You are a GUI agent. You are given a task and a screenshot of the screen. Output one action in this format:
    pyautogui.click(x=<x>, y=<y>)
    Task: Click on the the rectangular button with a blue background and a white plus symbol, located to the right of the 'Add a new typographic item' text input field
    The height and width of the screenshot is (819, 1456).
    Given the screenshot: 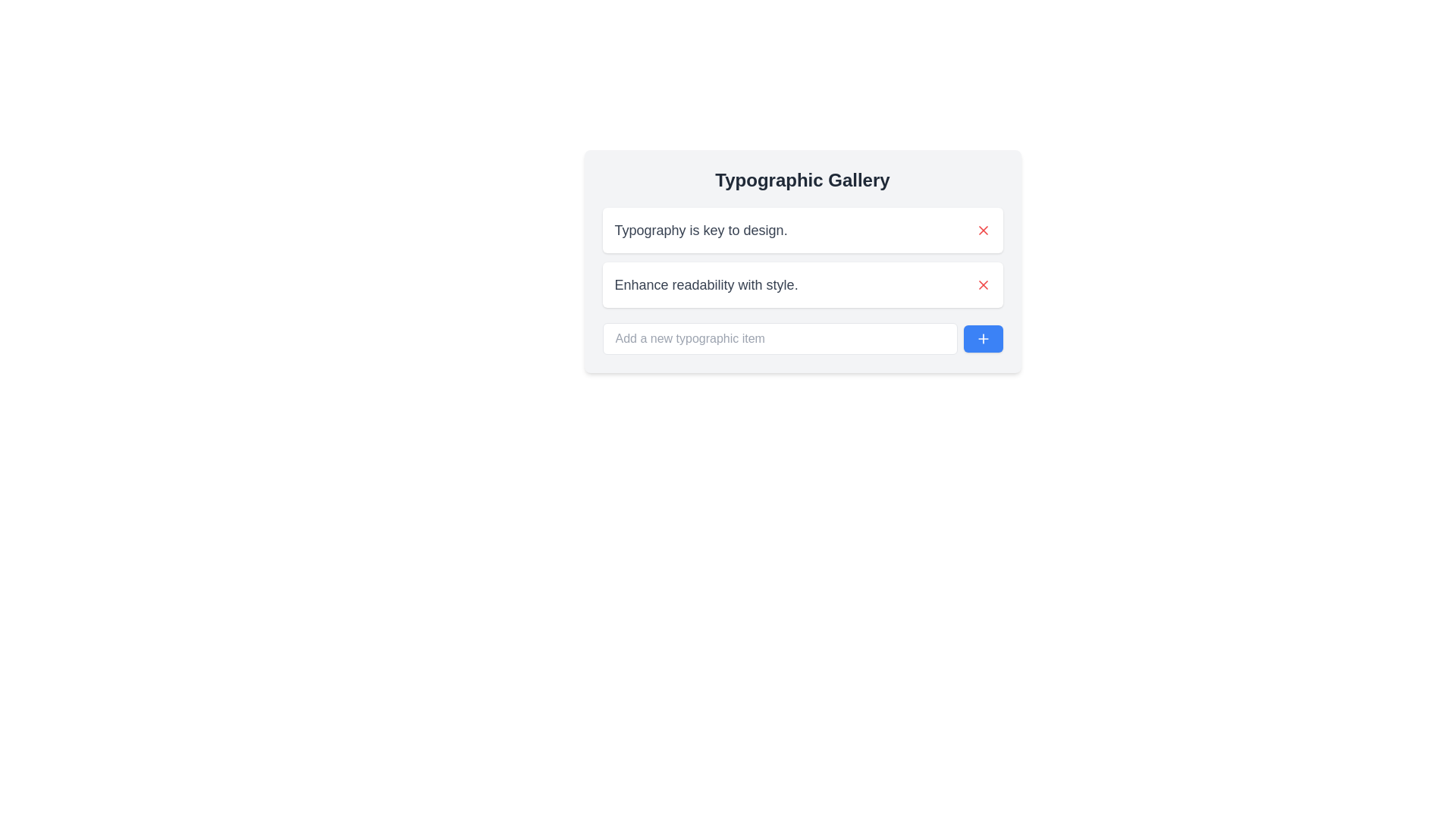 What is the action you would take?
    pyautogui.click(x=983, y=338)
    